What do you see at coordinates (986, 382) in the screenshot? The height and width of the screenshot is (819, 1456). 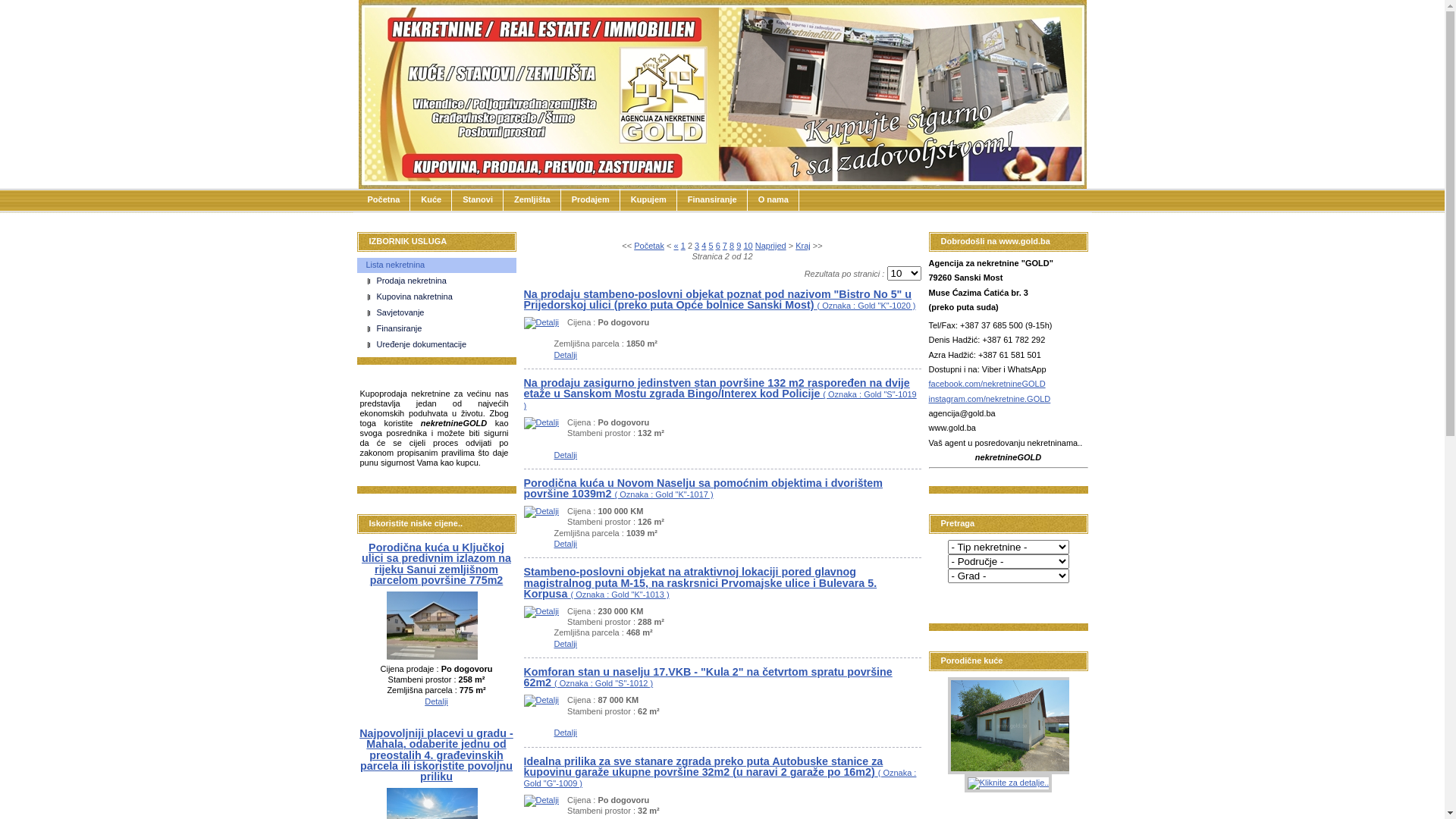 I see `'facebook.com/nekretnineGOLD'` at bounding box center [986, 382].